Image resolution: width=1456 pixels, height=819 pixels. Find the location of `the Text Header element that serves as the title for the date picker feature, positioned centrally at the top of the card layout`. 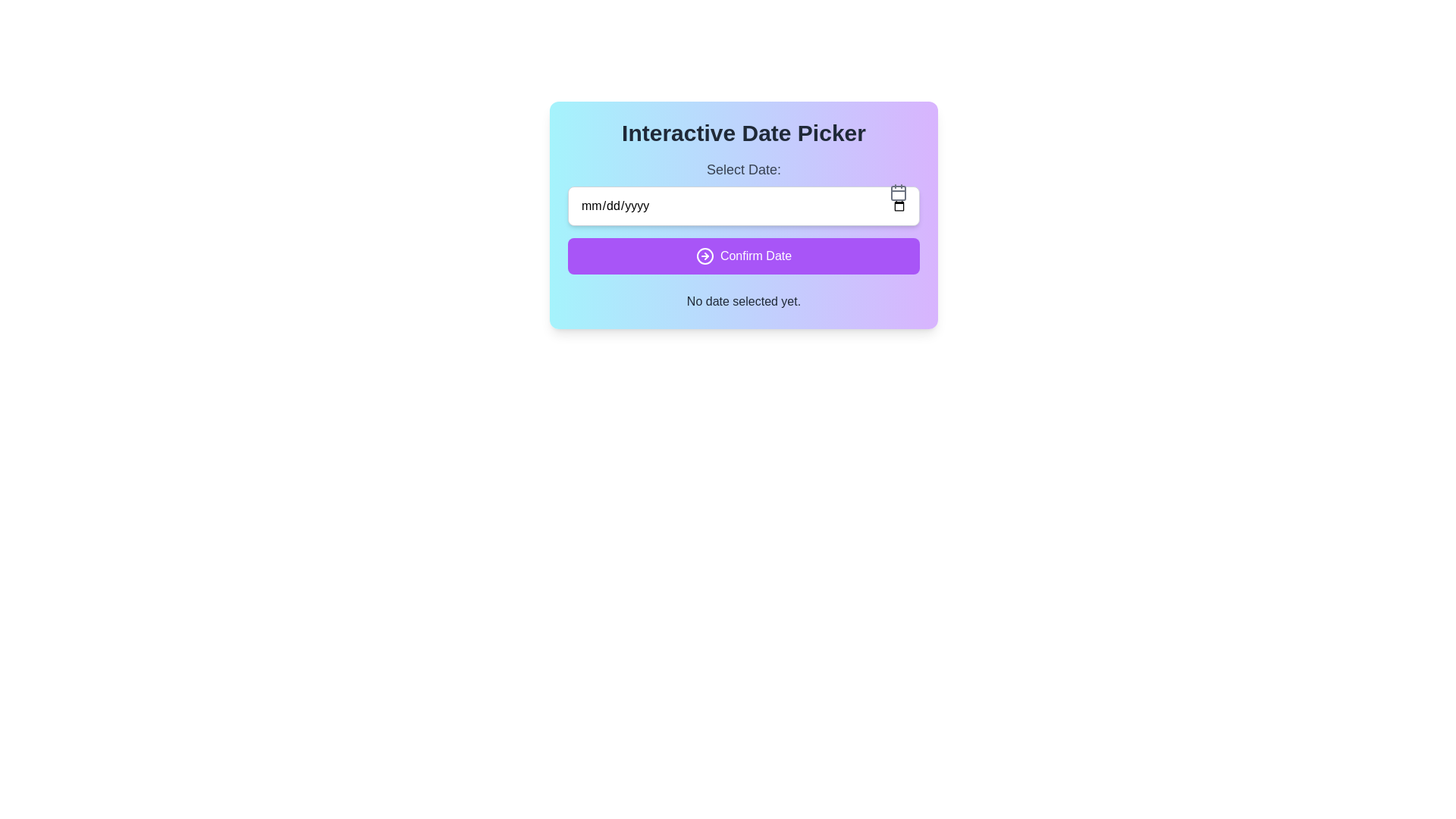

the Text Header element that serves as the title for the date picker feature, positioned centrally at the top of the card layout is located at coordinates (743, 133).